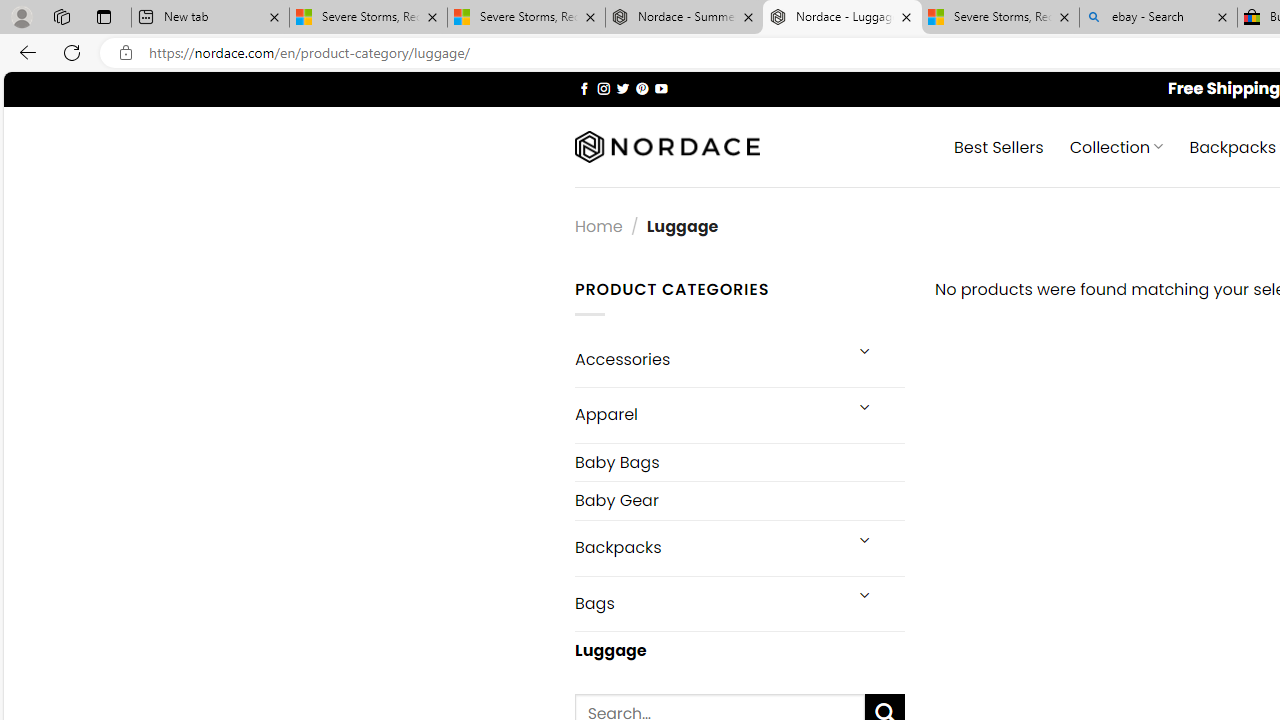 The height and width of the screenshot is (720, 1280). What do you see at coordinates (999, 145) in the screenshot?
I see `' Best Sellers'` at bounding box center [999, 145].